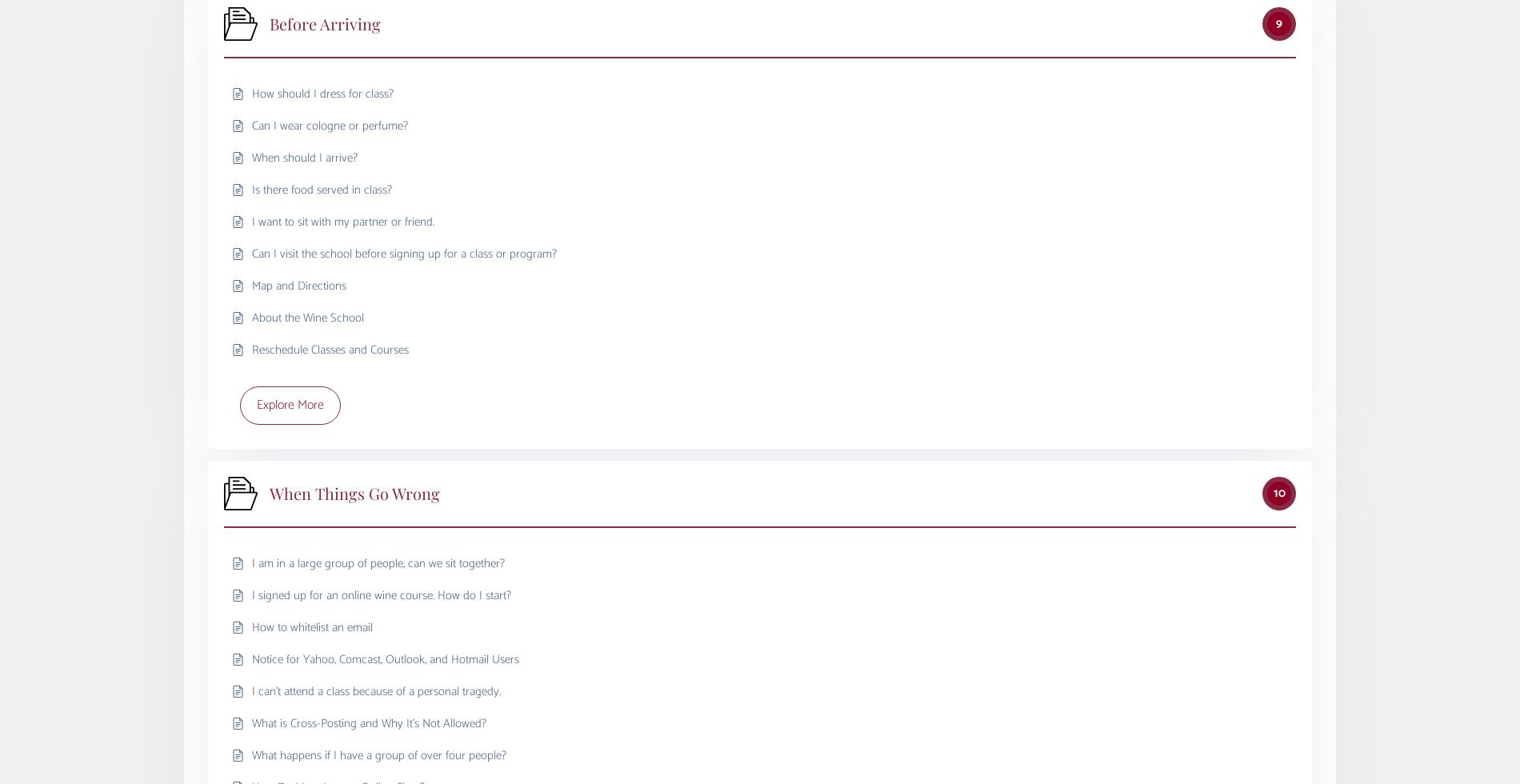  What do you see at coordinates (368, 722) in the screenshot?
I see `'What is Cross-Posting and Why It’s Not Allowed?'` at bounding box center [368, 722].